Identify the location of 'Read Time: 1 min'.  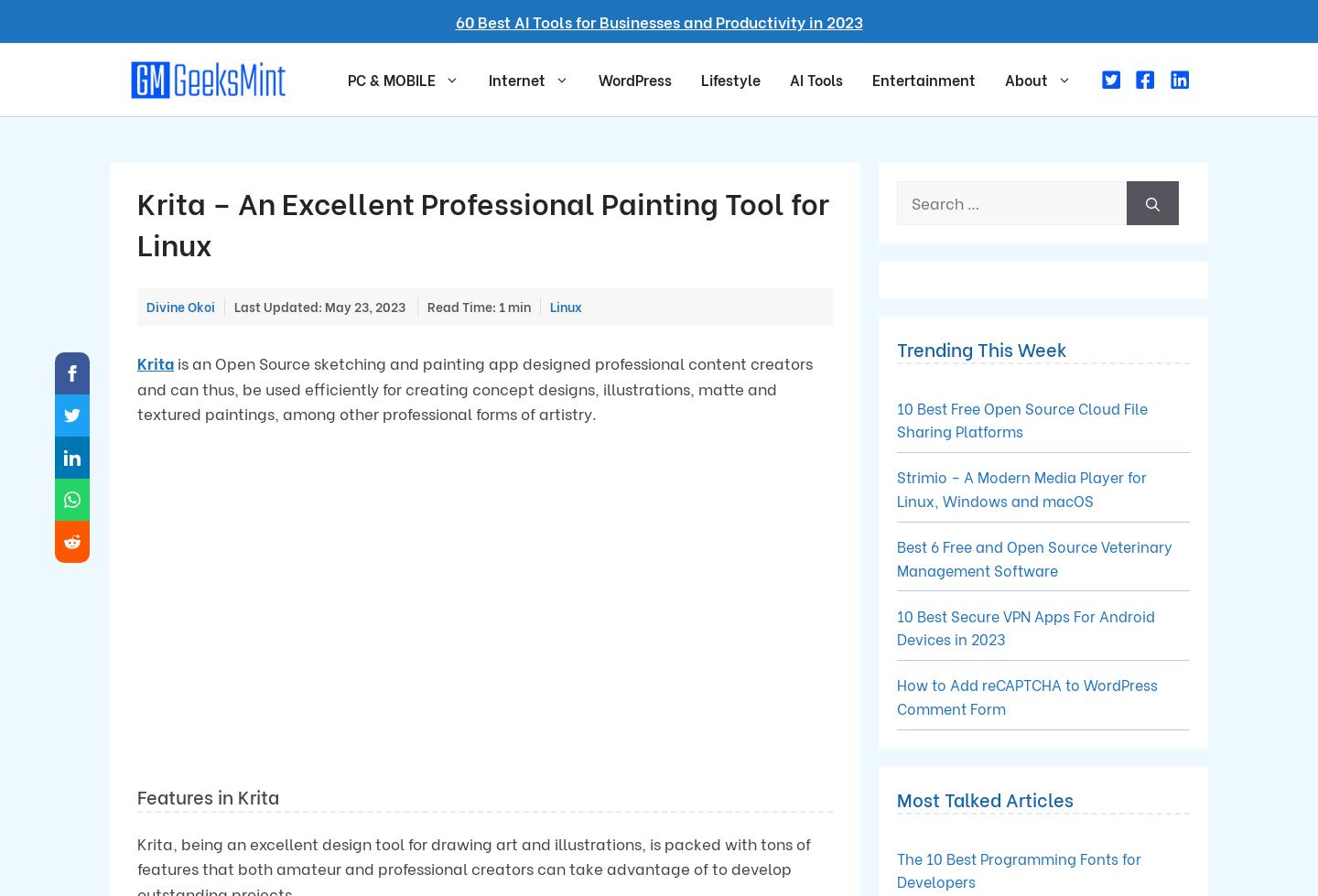
(478, 307).